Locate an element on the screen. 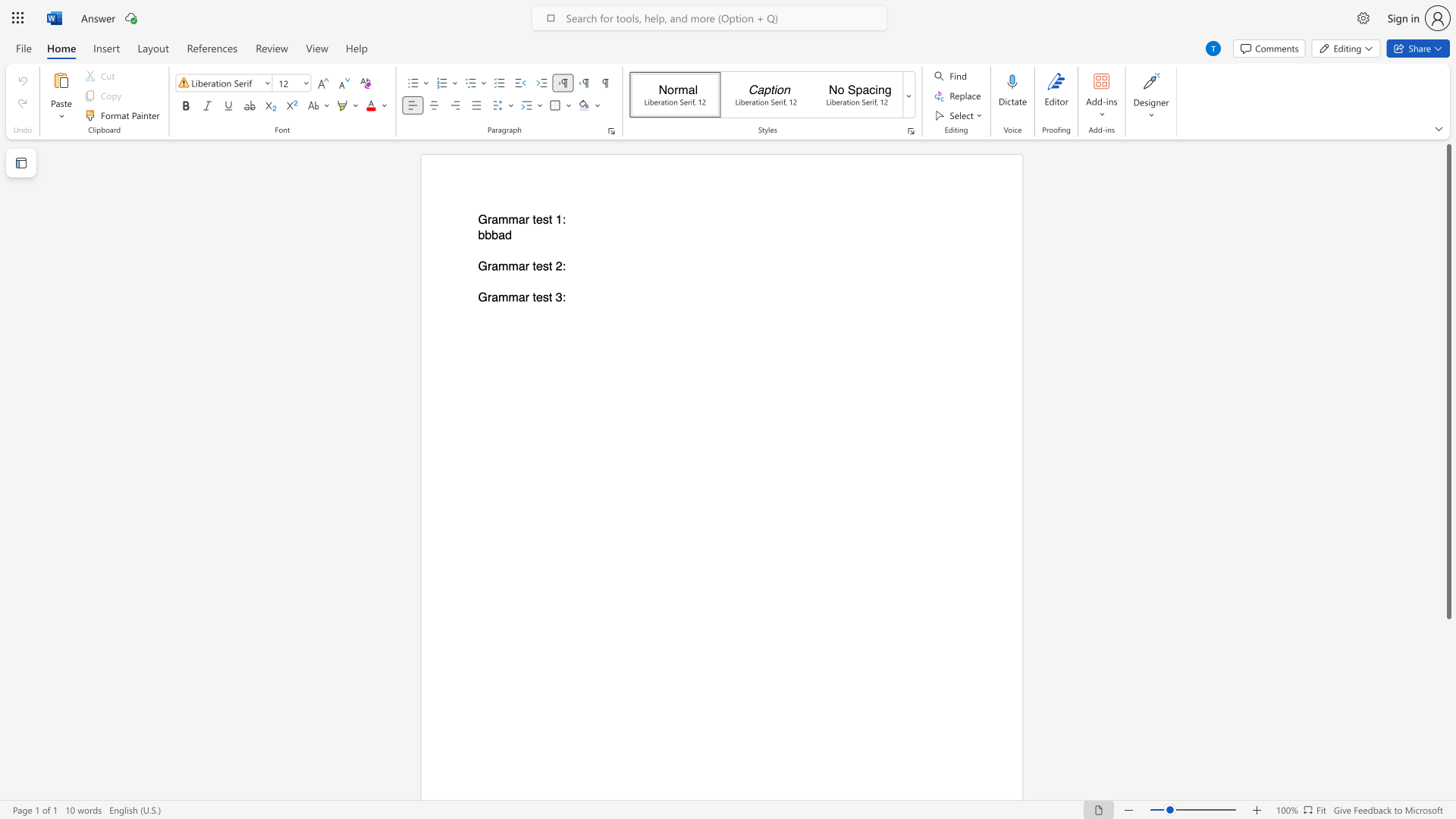 This screenshot has width=1456, height=819. the scrollbar on the right to shift the page lower is located at coordinates (1448, 758).